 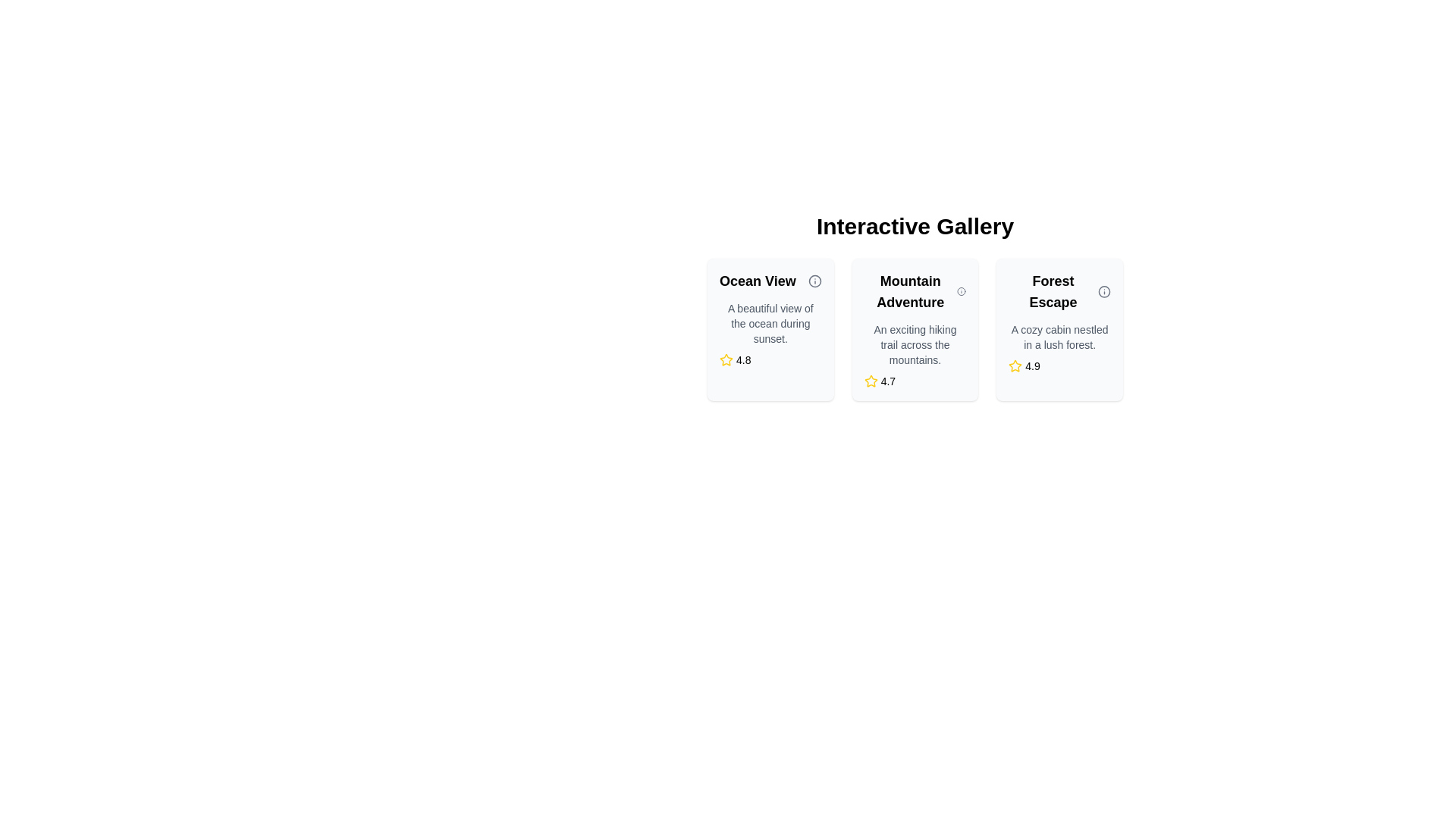 What do you see at coordinates (814, 281) in the screenshot?
I see `the circular 'info' icon with a hollow center, styled in gray, located in the 'Ocean View' card to the right of the main text 'Ocean View'` at bounding box center [814, 281].